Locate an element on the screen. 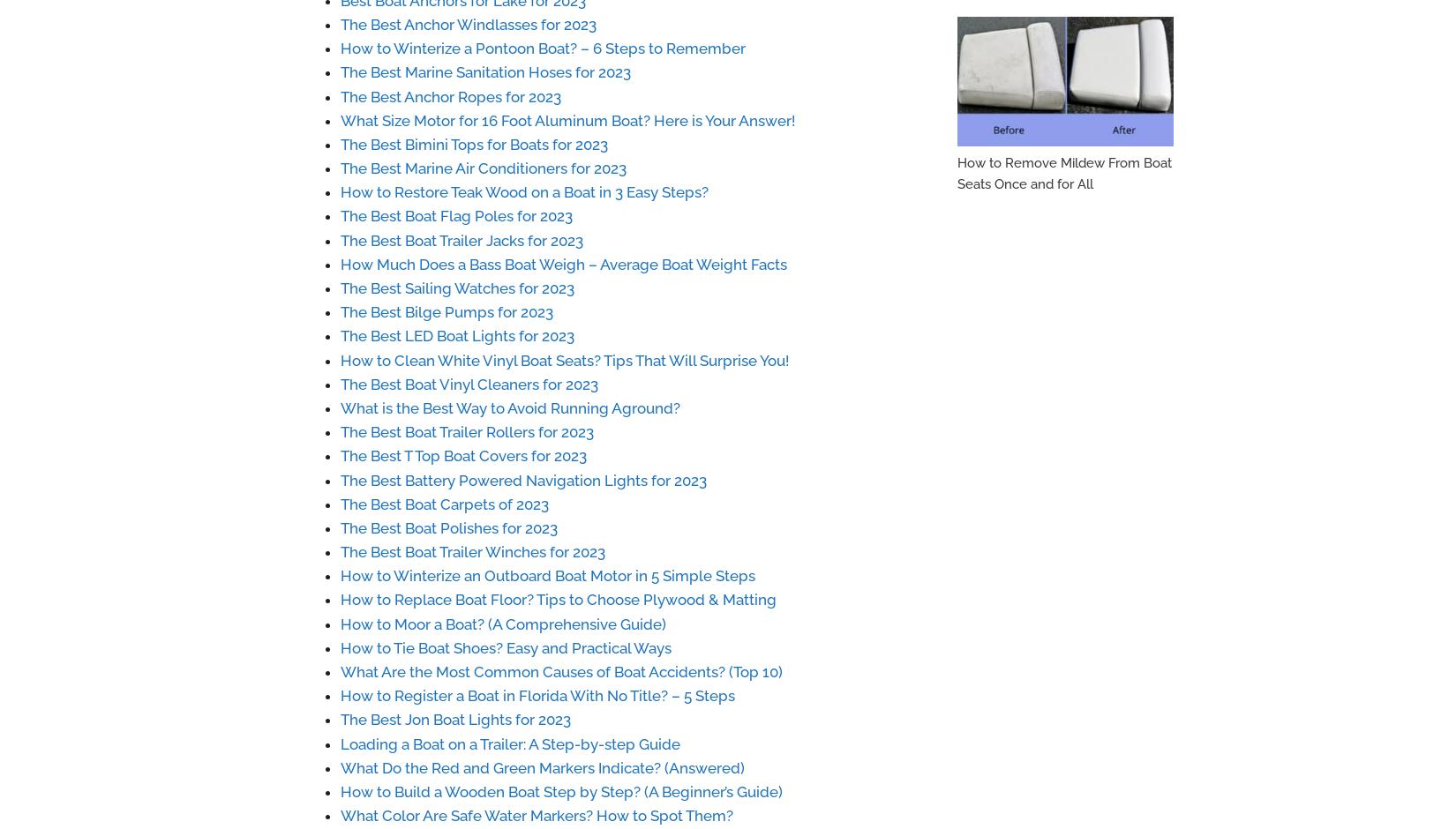 Image resolution: width=1456 pixels, height=829 pixels. 'The Best Boat Trailer Rollers for 2023' is located at coordinates (466, 432).